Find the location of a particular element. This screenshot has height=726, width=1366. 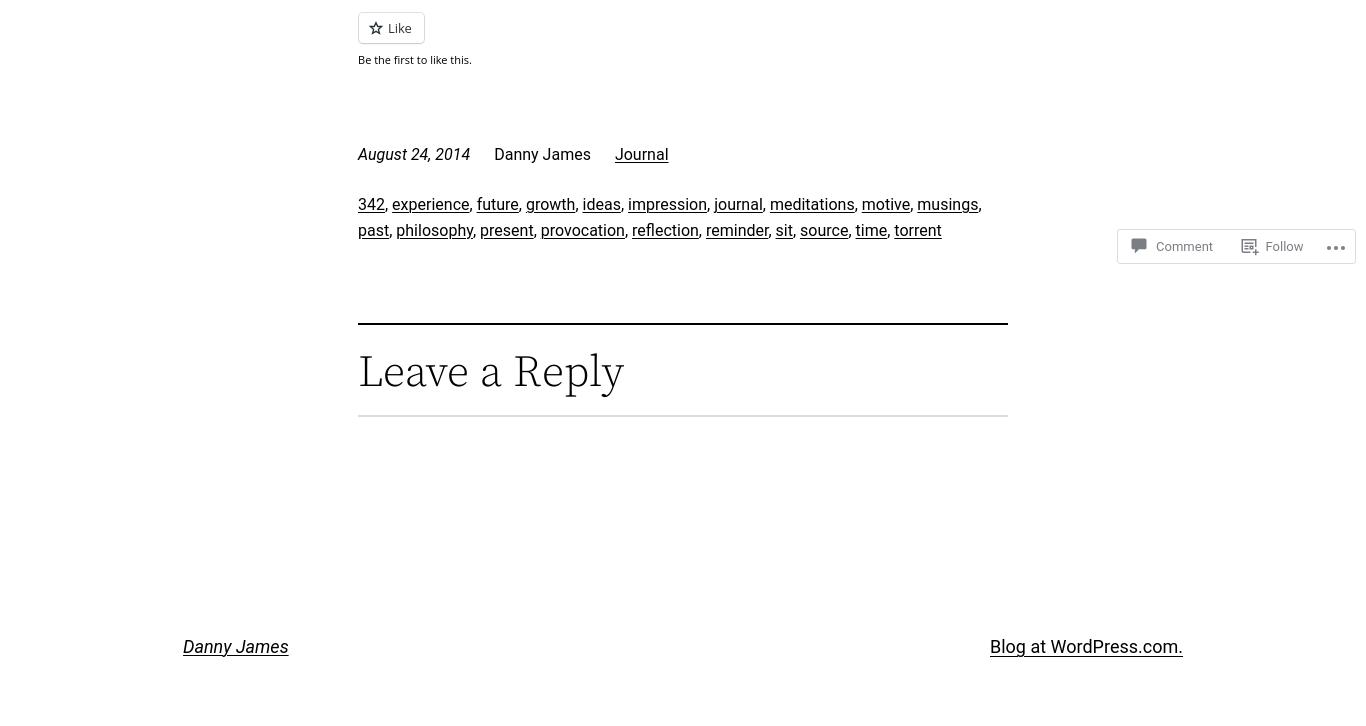

'growth' is located at coordinates (549, 203).